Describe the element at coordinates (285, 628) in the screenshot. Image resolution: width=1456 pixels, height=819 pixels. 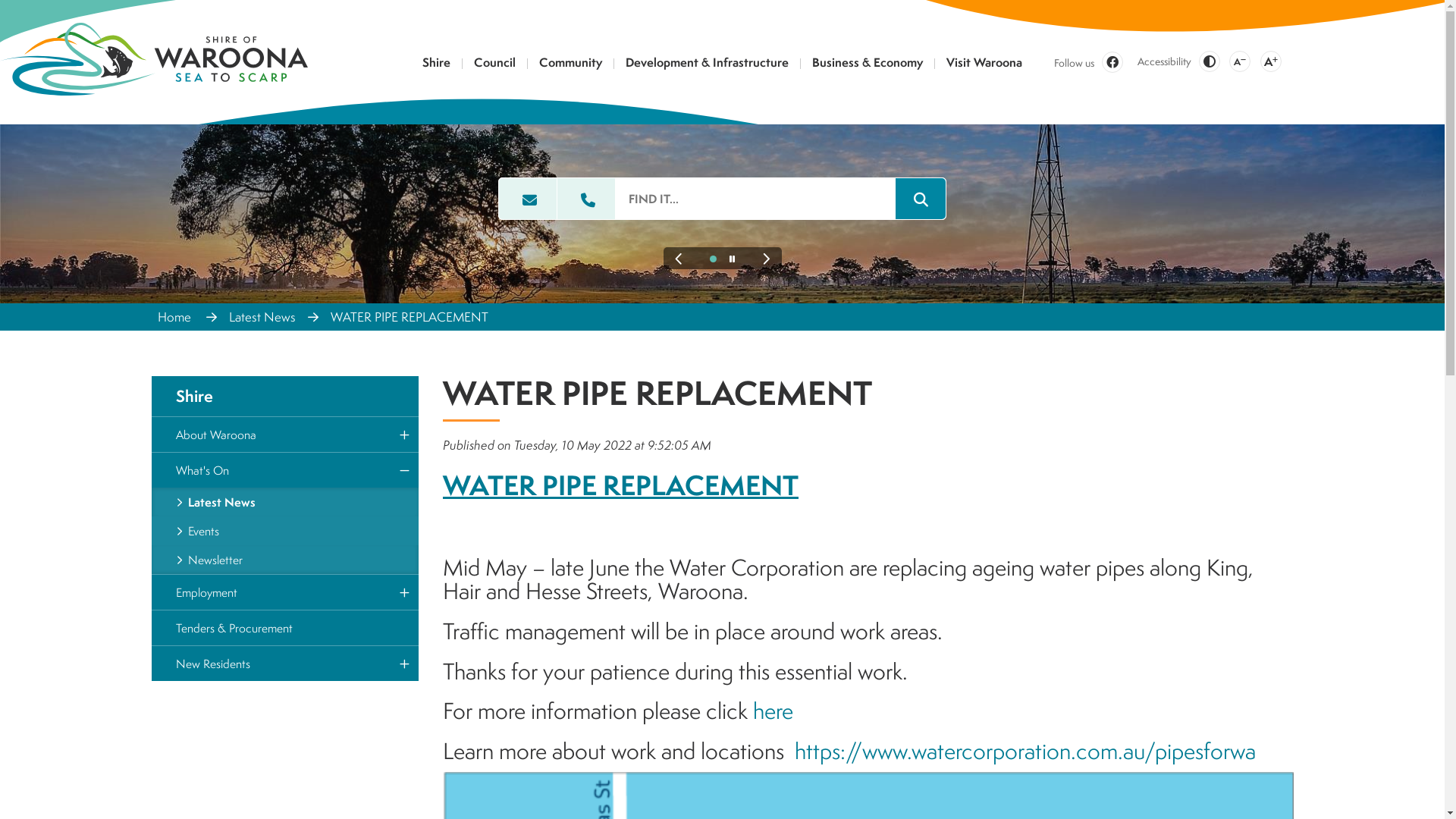
I see `'Tenders & Procurement'` at that location.